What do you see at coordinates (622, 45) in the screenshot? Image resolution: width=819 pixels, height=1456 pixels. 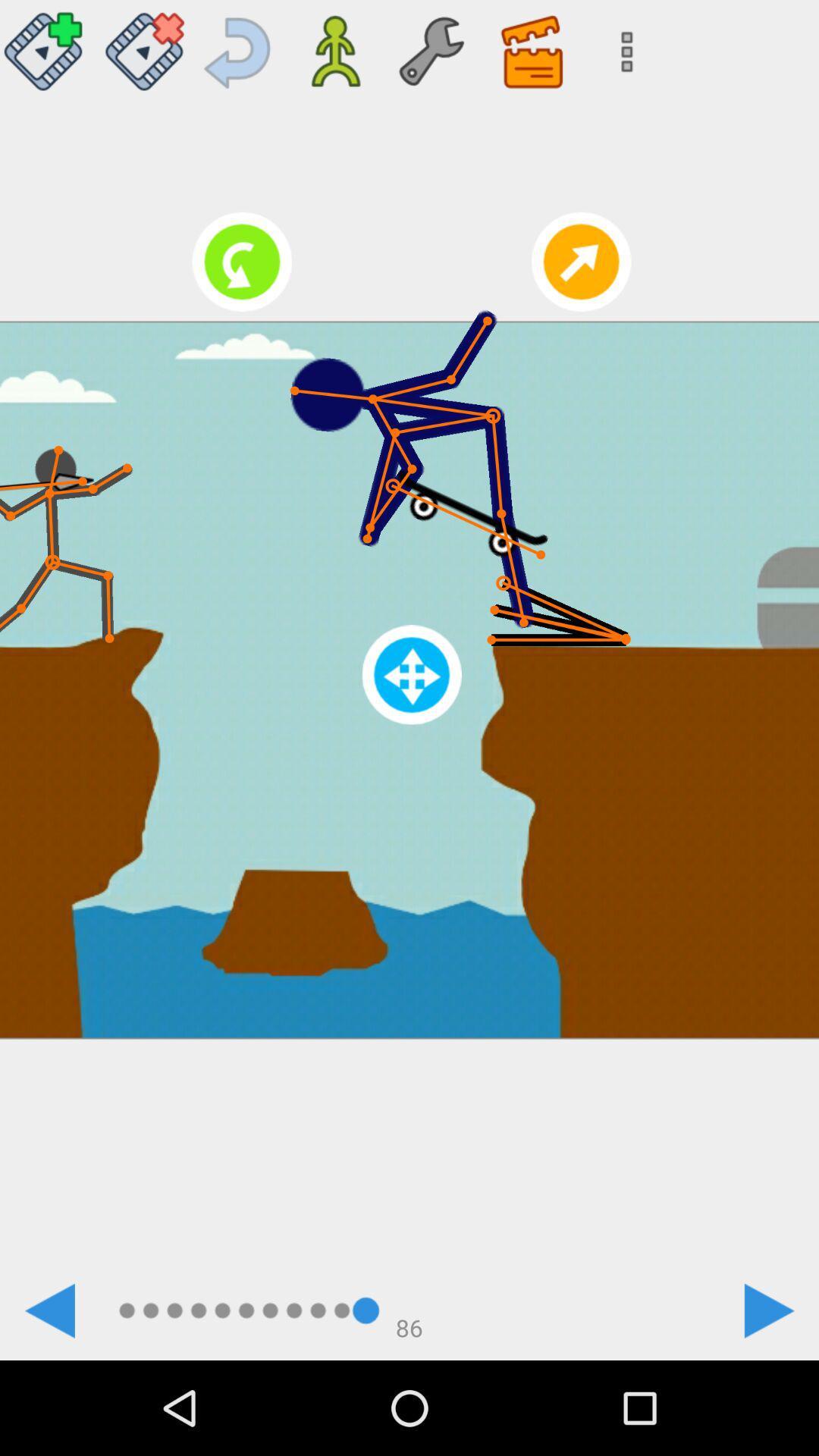 I see `icon at the top right corner` at bounding box center [622, 45].